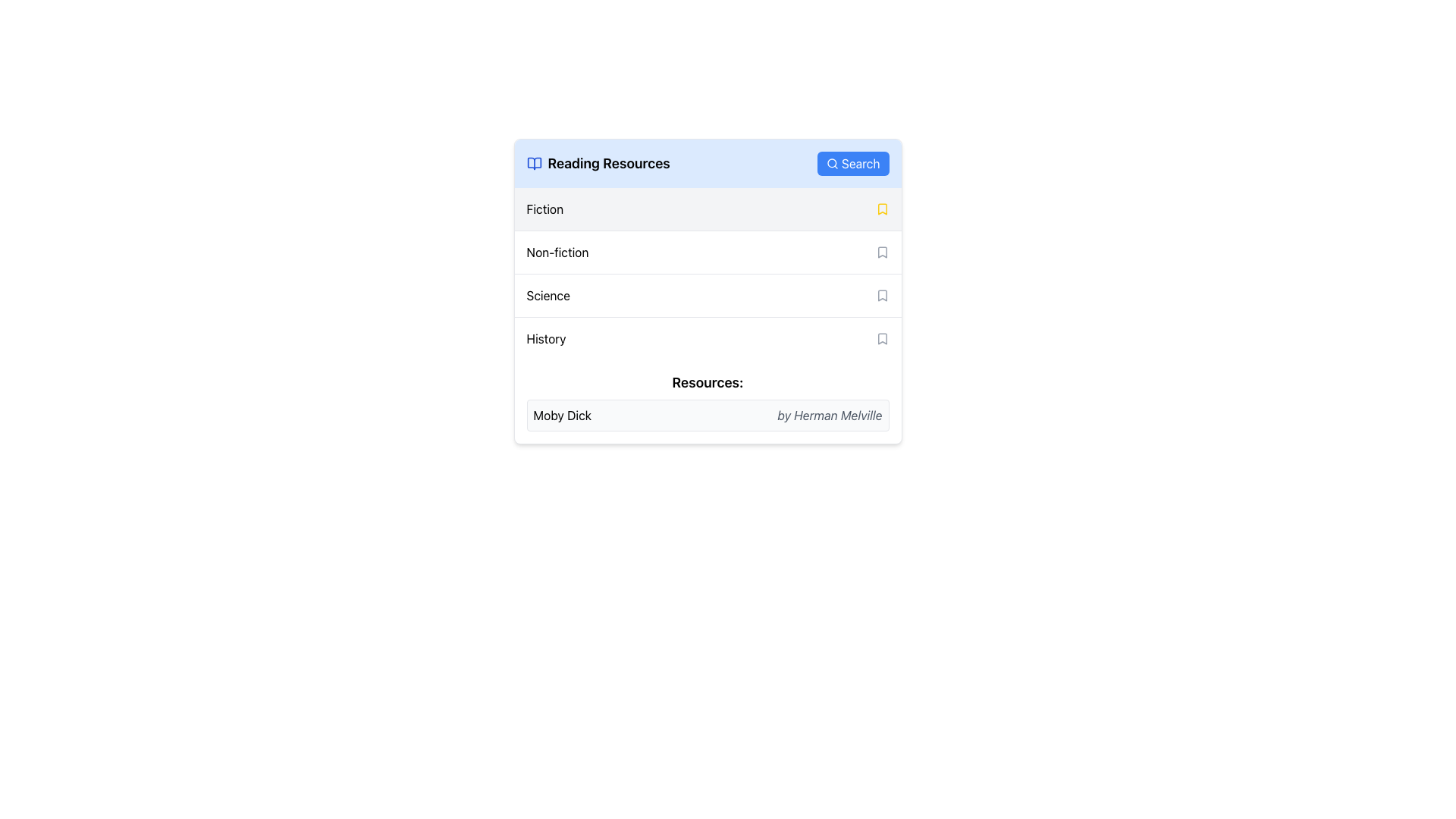  Describe the element at coordinates (707, 337) in the screenshot. I see `to select the 'History' category from the list of Reading Resources, which is the fourth entry following 'Fiction', 'Non-fiction', and 'Science'` at that location.